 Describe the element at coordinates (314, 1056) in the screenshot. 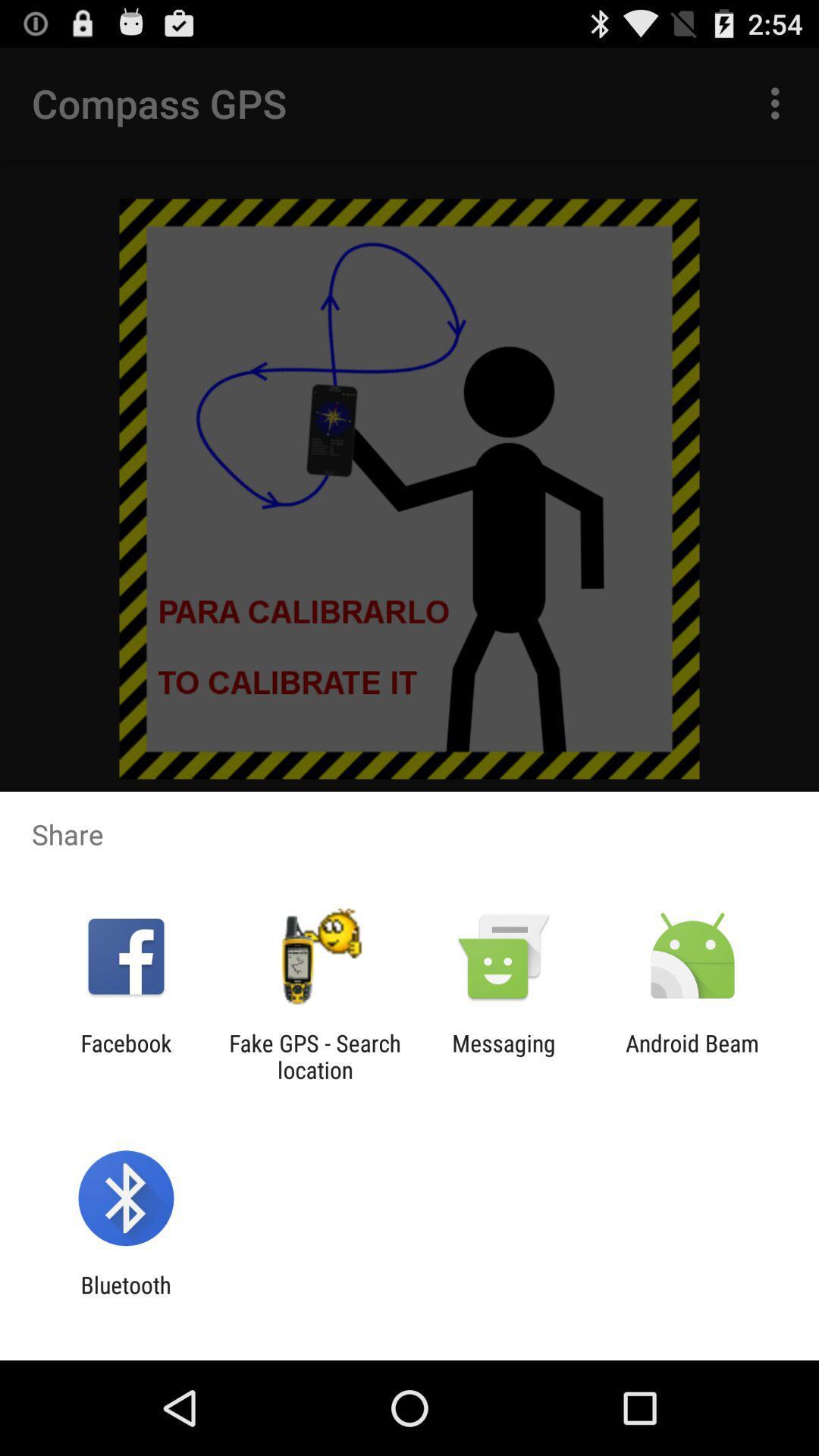

I see `the icon to the right of facebook item` at that location.